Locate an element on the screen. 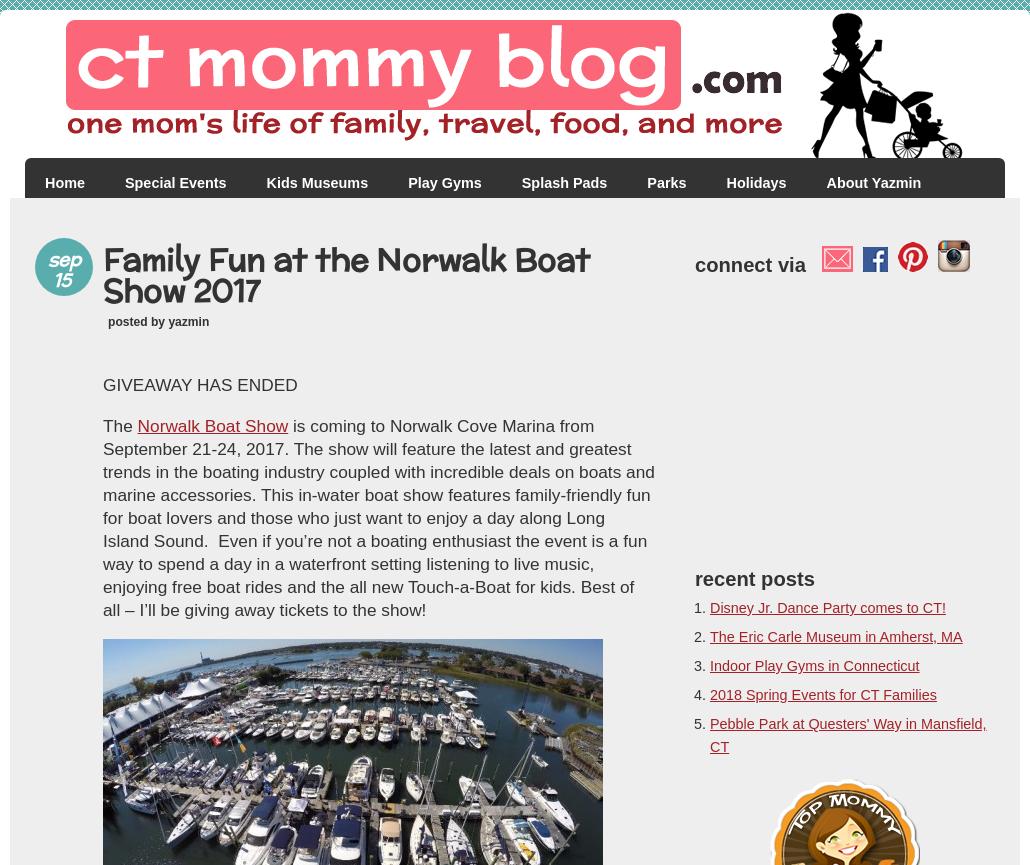 The height and width of the screenshot is (865, 1030). '2018 Spring Events for CT Families' is located at coordinates (821, 695).